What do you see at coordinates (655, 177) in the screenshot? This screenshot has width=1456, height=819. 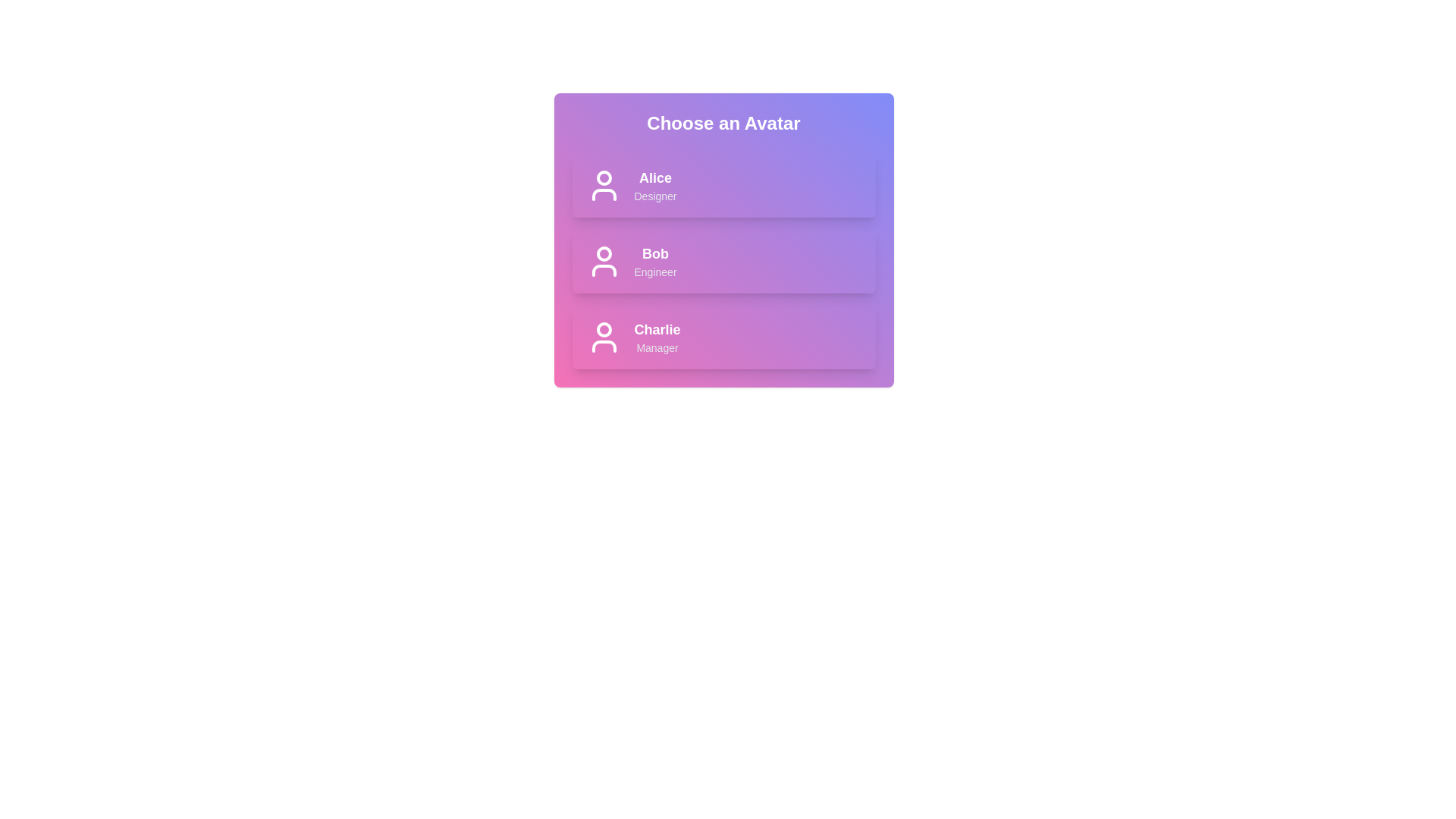 I see `the text label 'Alice' which is styled with a larger bold font in white on a purple background, located in the top row under 'Choose an Avatar' and to the right of the person icon` at bounding box center [655, 177].